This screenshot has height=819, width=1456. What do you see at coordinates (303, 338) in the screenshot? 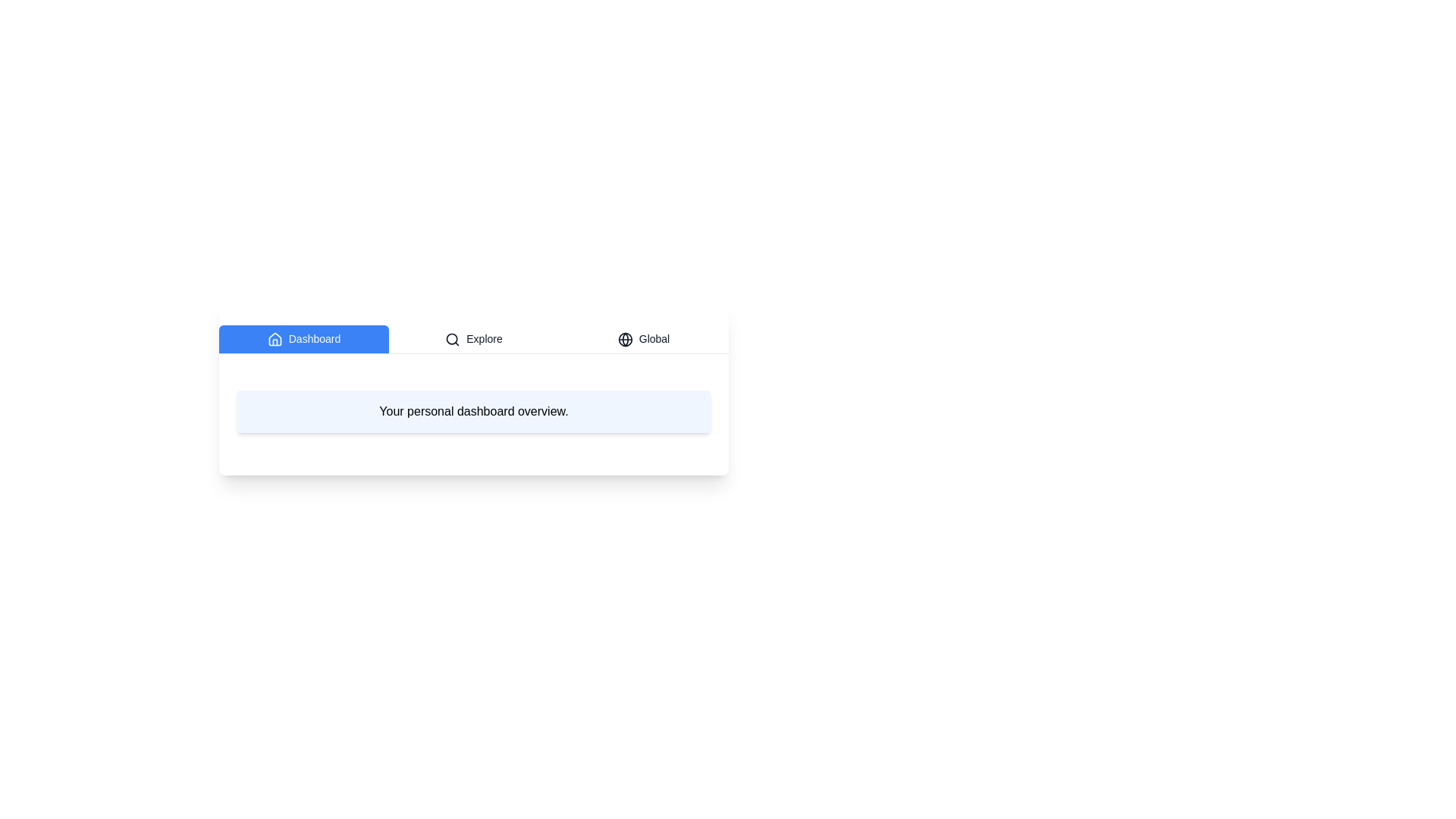
I see `the Dashboard tab to read its content` at bounding box center [303, 338].